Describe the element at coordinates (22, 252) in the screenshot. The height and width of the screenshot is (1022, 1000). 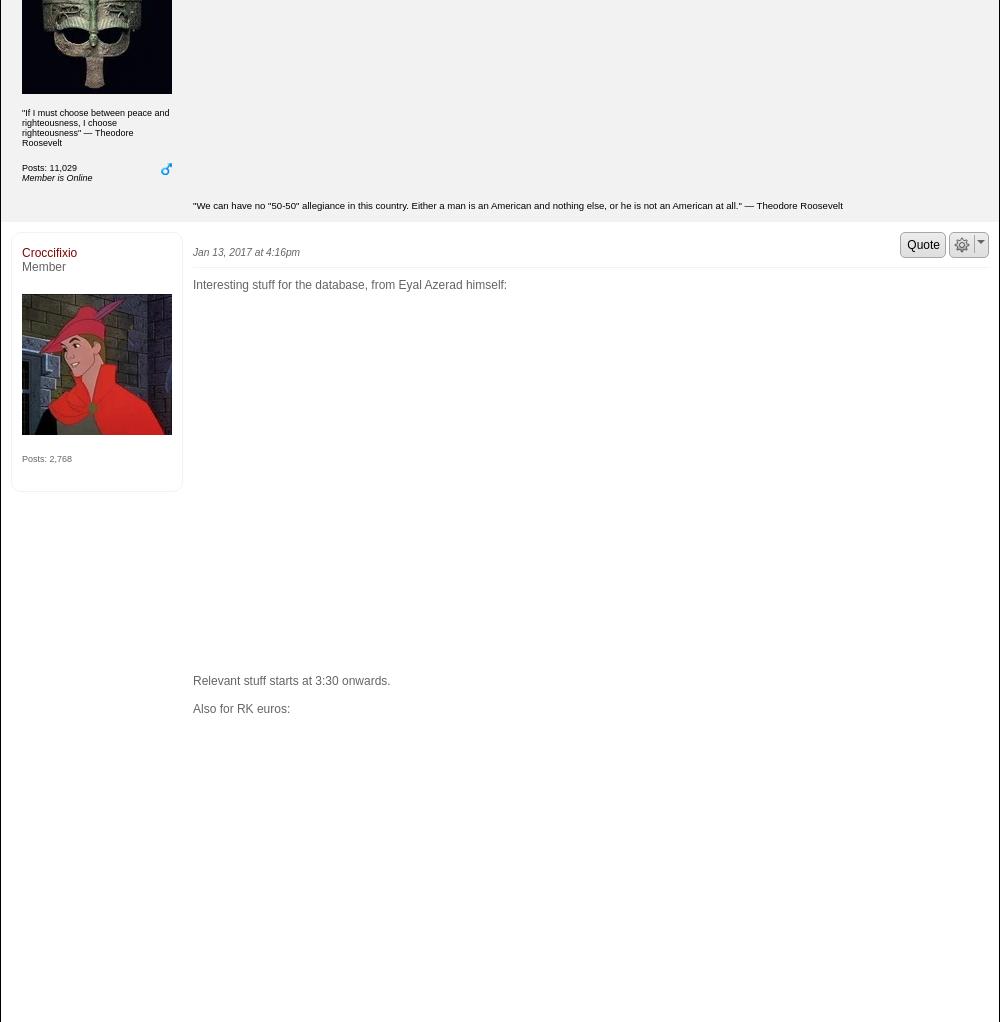
I see `'Croccifixio'` at that location.